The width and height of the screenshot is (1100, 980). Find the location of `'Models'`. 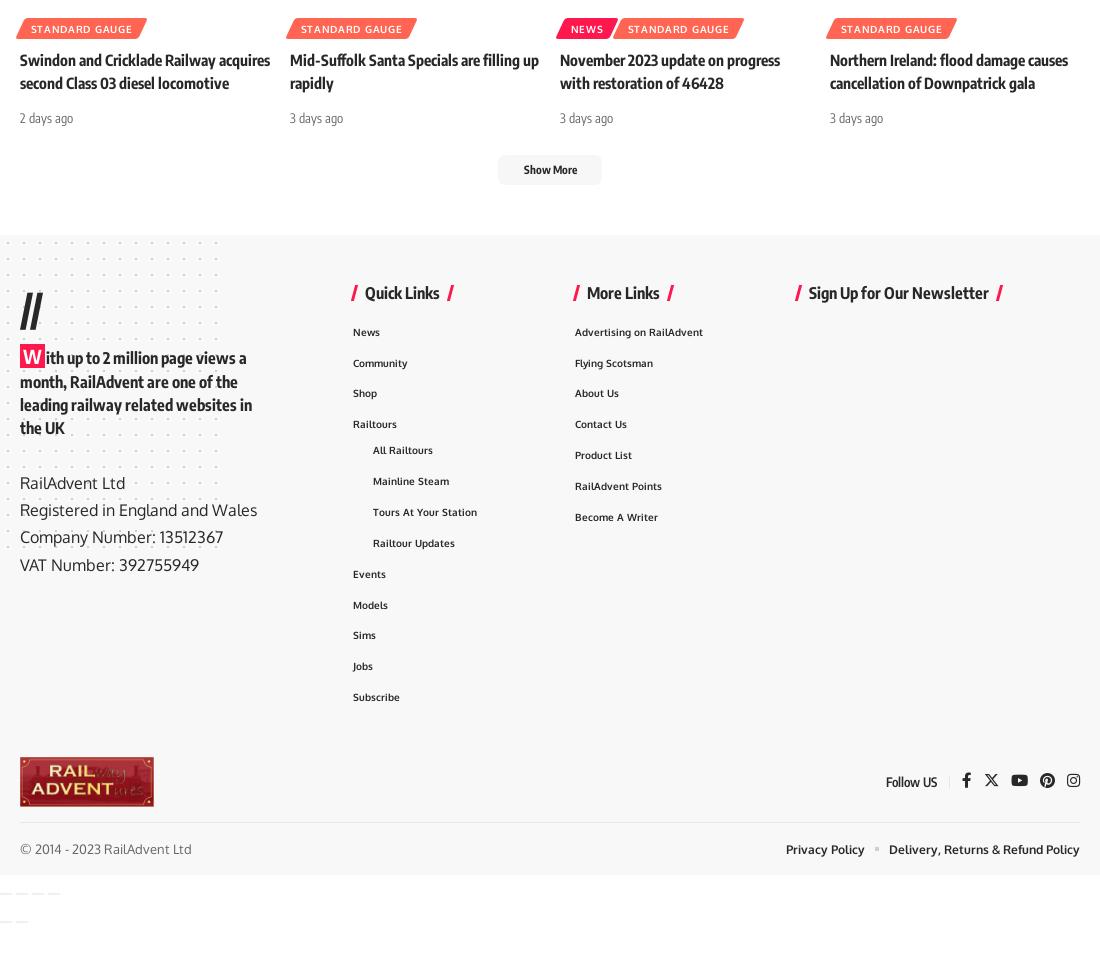

'Models' is located at coordinates (370, 652).